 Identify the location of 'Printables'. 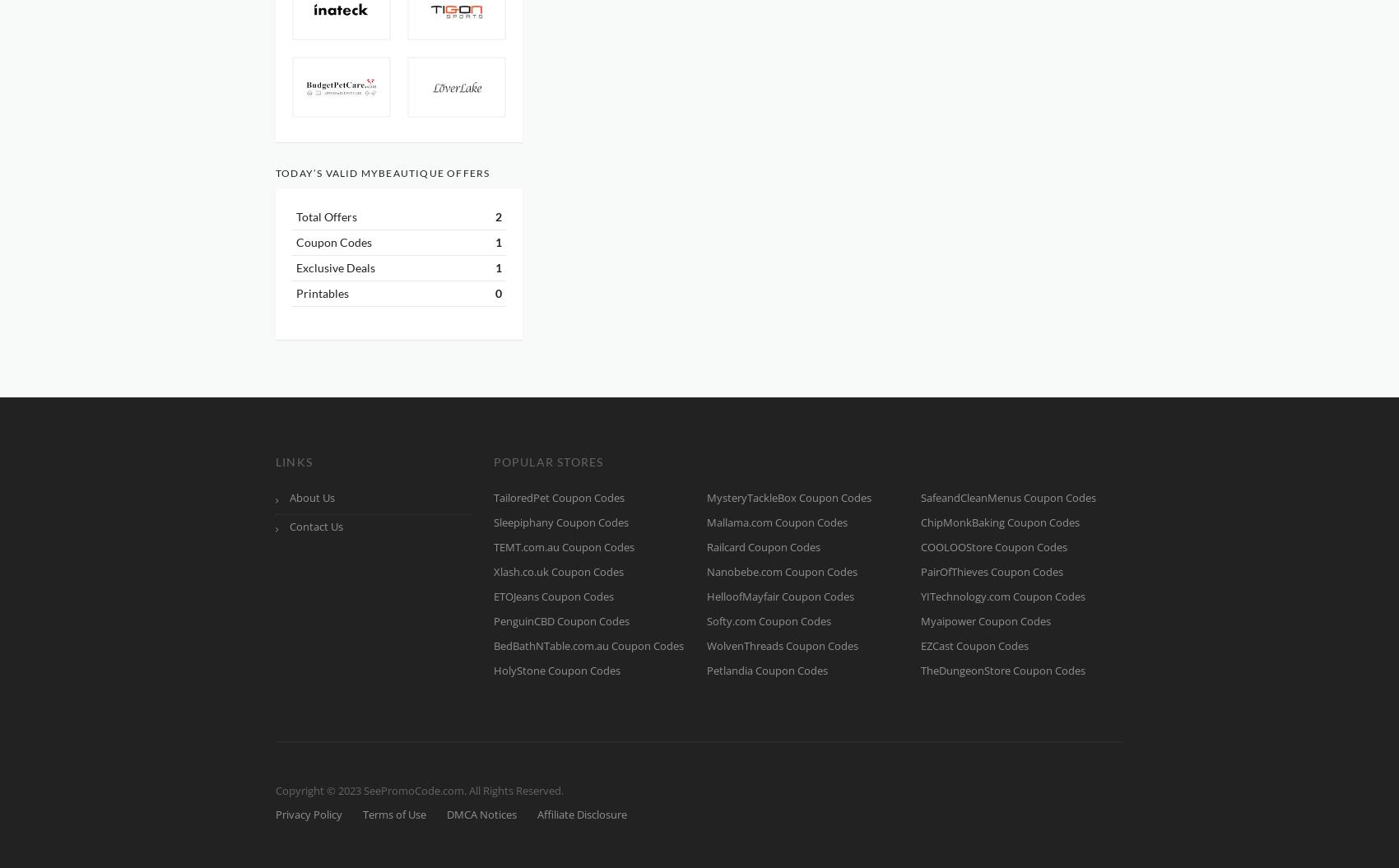
(295, 292).